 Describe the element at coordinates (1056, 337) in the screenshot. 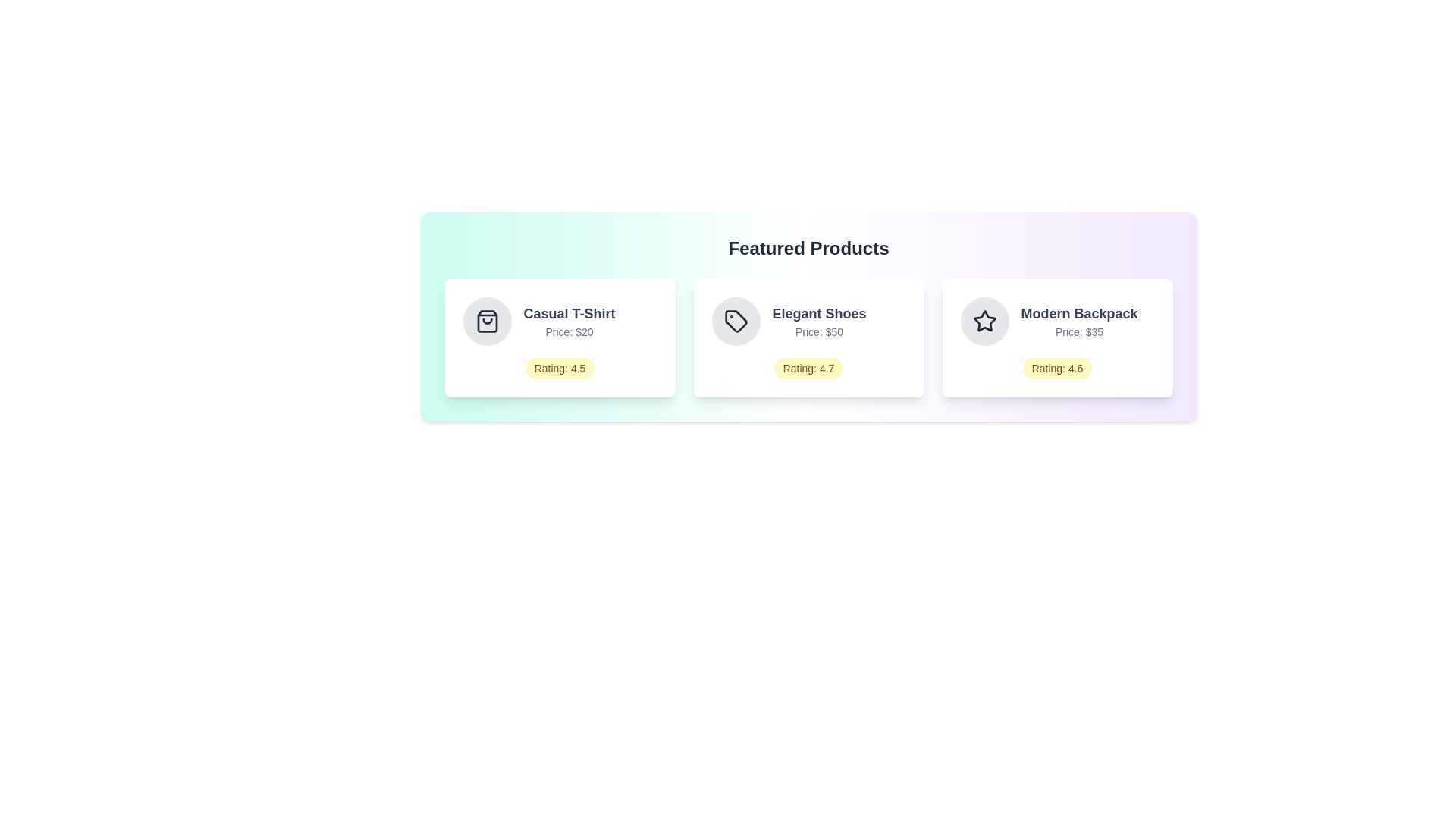

I see `the product card for Modern Backpack` at that location.